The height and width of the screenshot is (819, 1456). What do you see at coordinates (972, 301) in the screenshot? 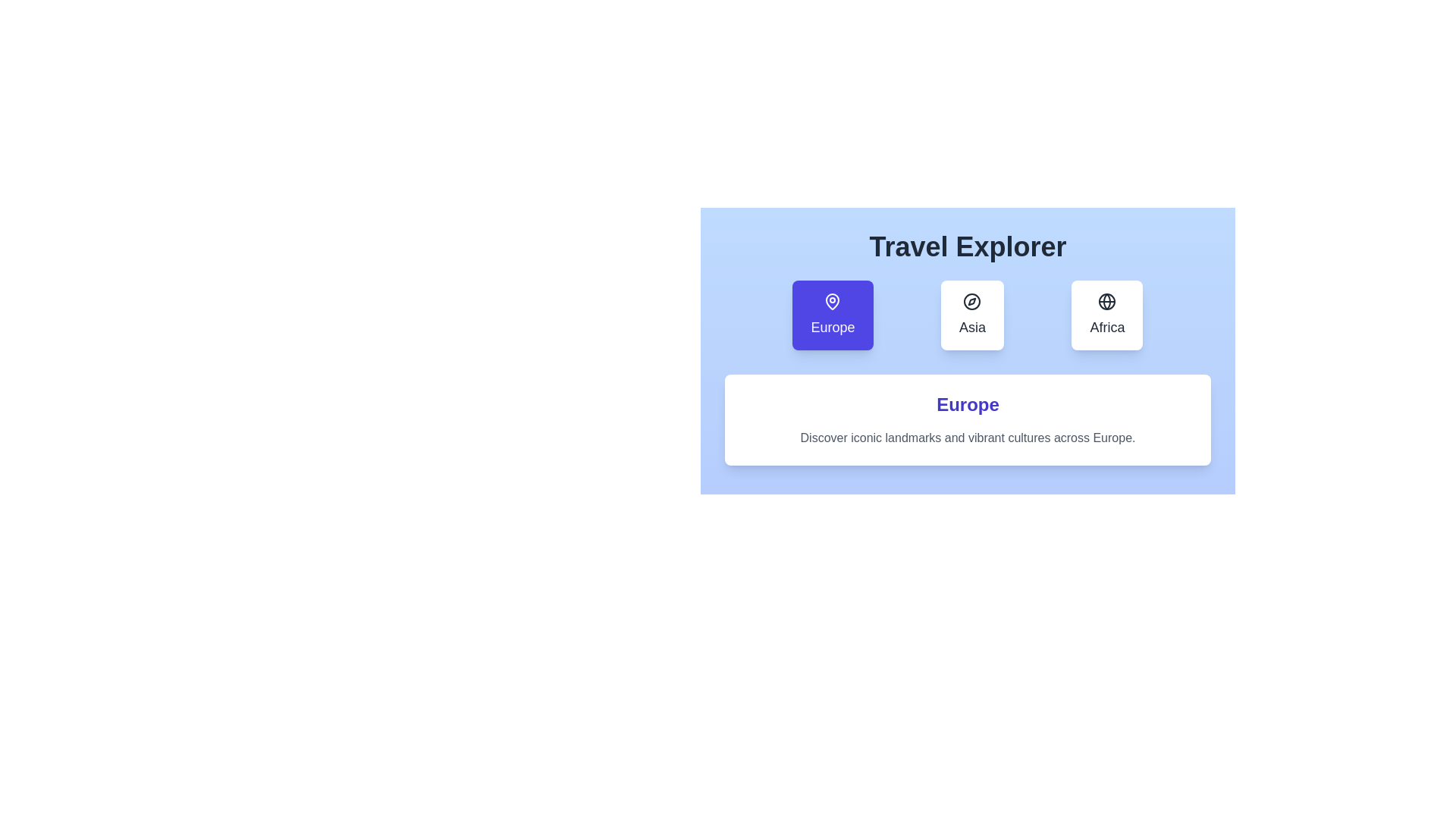
I see `the compass icon representing exploration or navigation within the 'Asia' card, which is the second card in a sequence of three` at bounding box center [972, 301].